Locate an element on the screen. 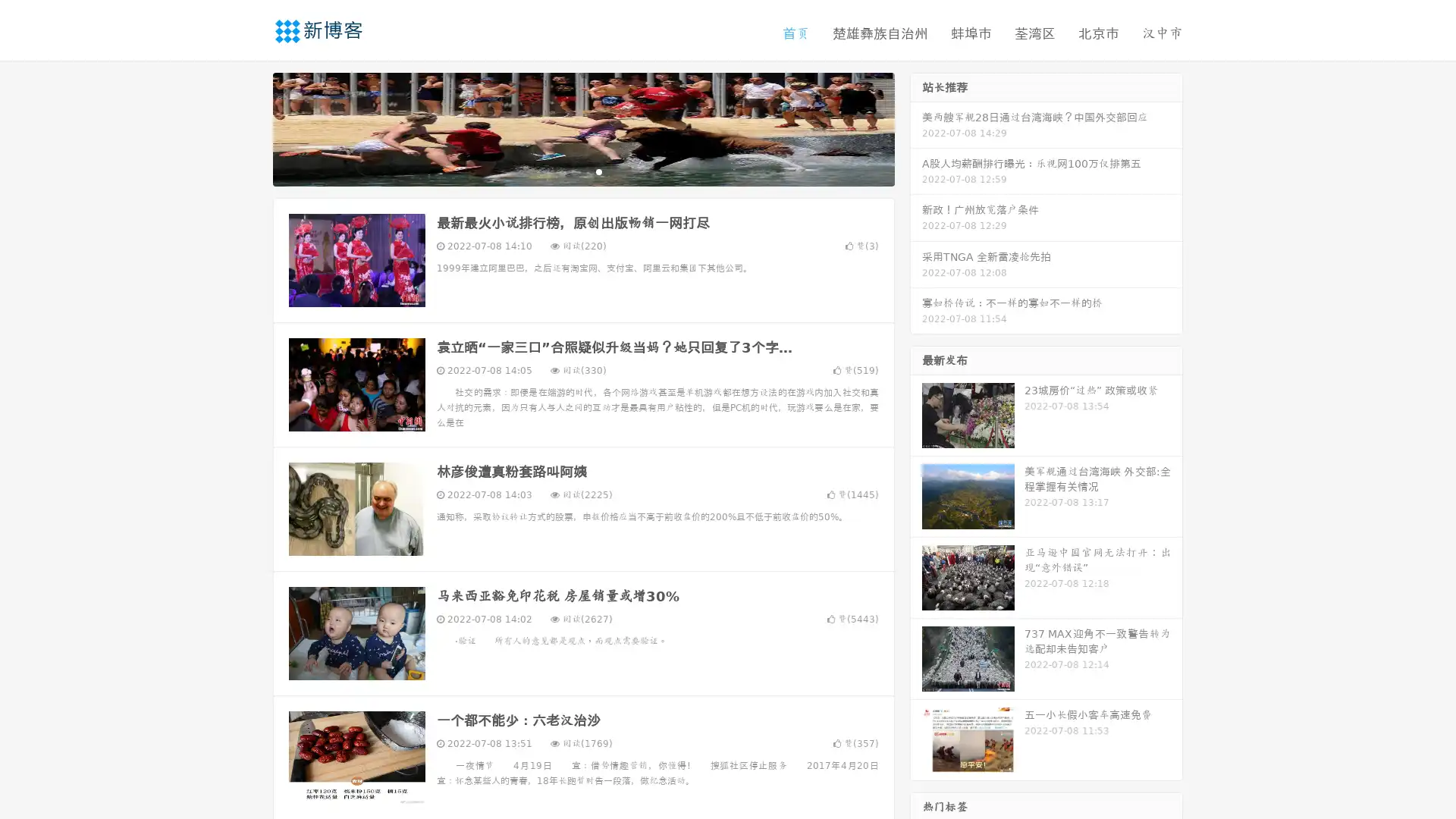 The width and height of the screenshot is (1456, 819). Previous slide is located at coordinates (250, 127).